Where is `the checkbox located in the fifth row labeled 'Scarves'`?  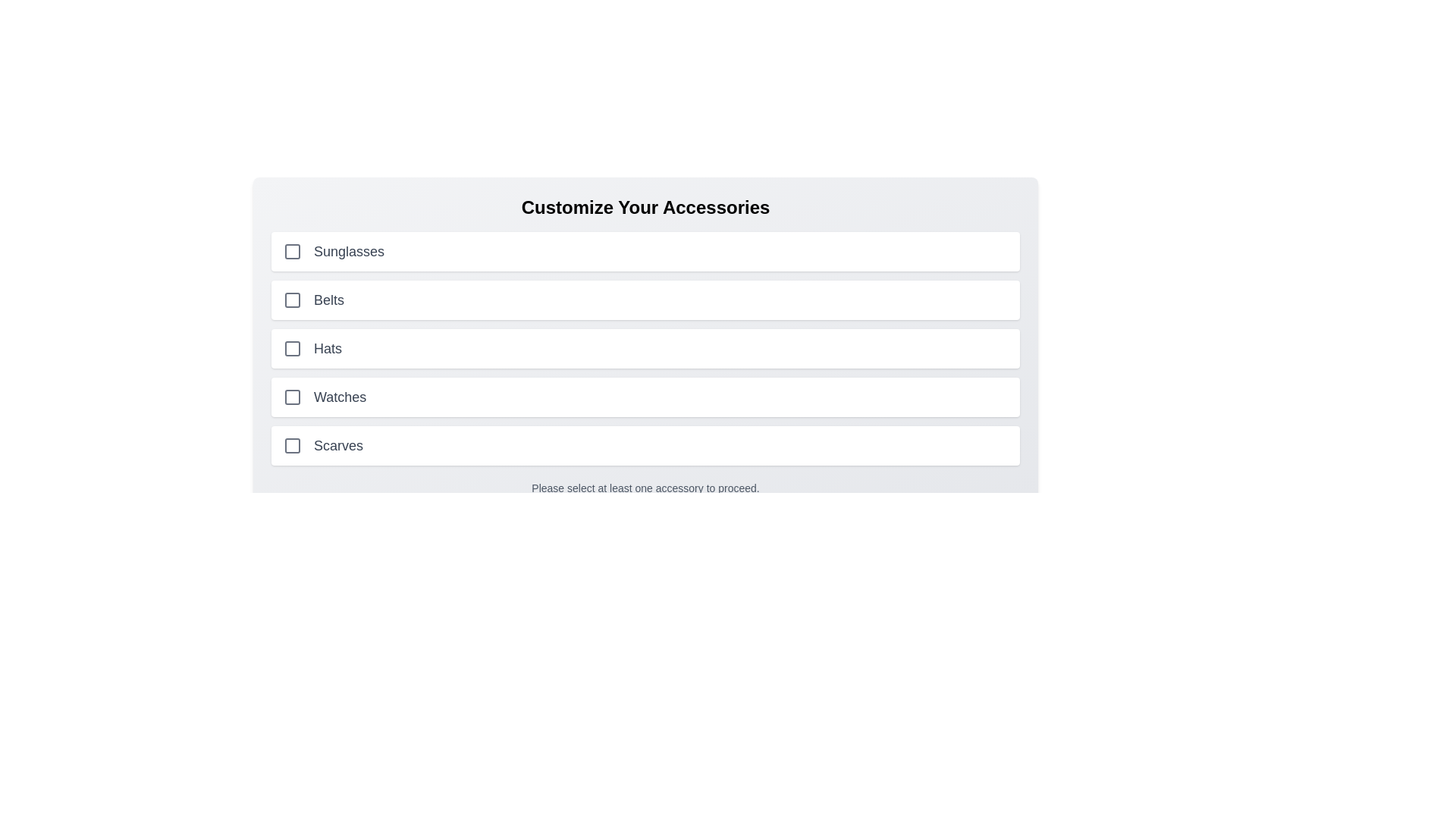 the checkbox located in the fifth row labeled 'Scarves' is located at coordinates (292, 444).